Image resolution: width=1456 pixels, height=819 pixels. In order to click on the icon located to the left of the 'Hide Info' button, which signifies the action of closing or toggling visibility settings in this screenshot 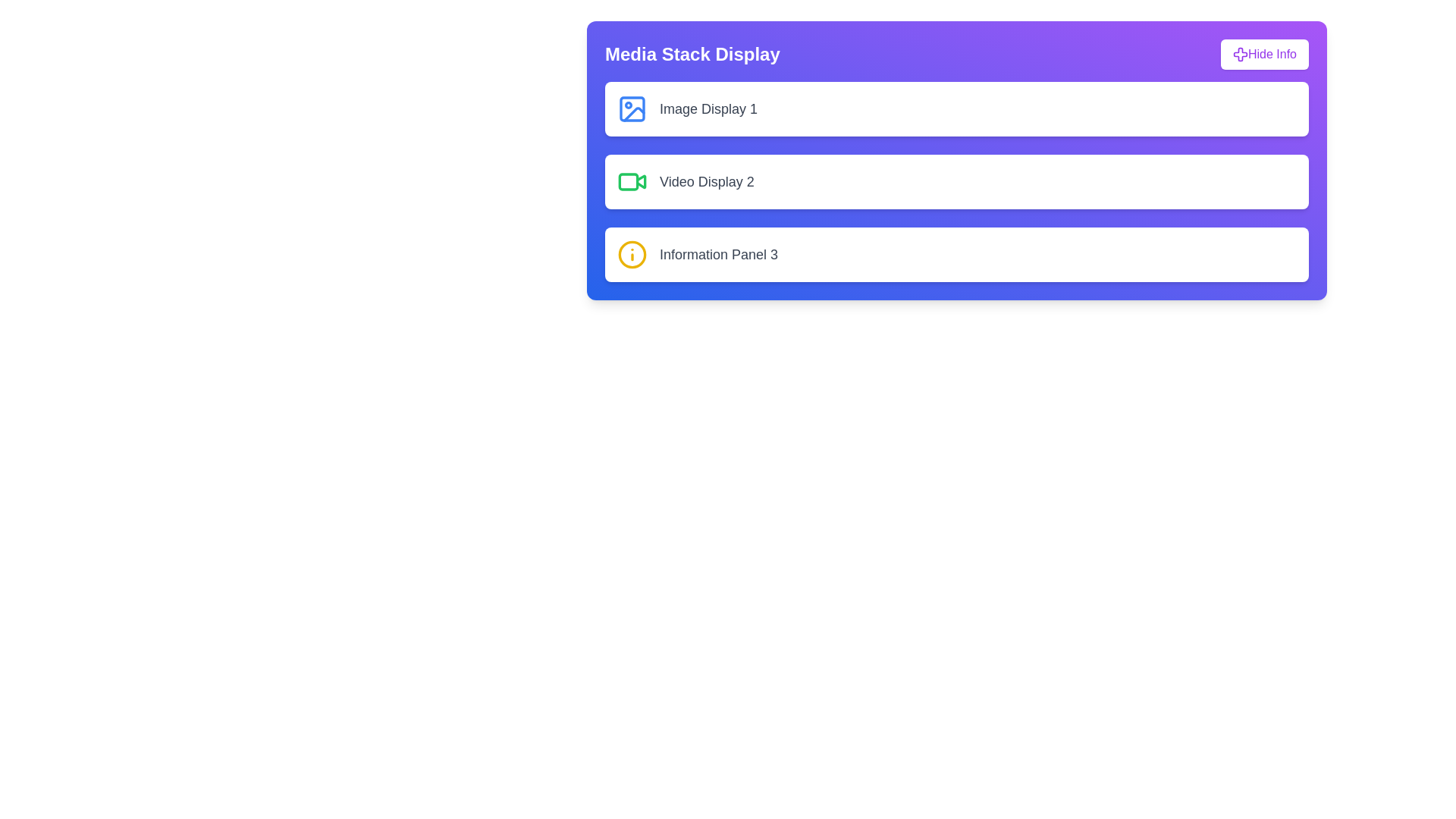, I will do `click(1241, 54)`.